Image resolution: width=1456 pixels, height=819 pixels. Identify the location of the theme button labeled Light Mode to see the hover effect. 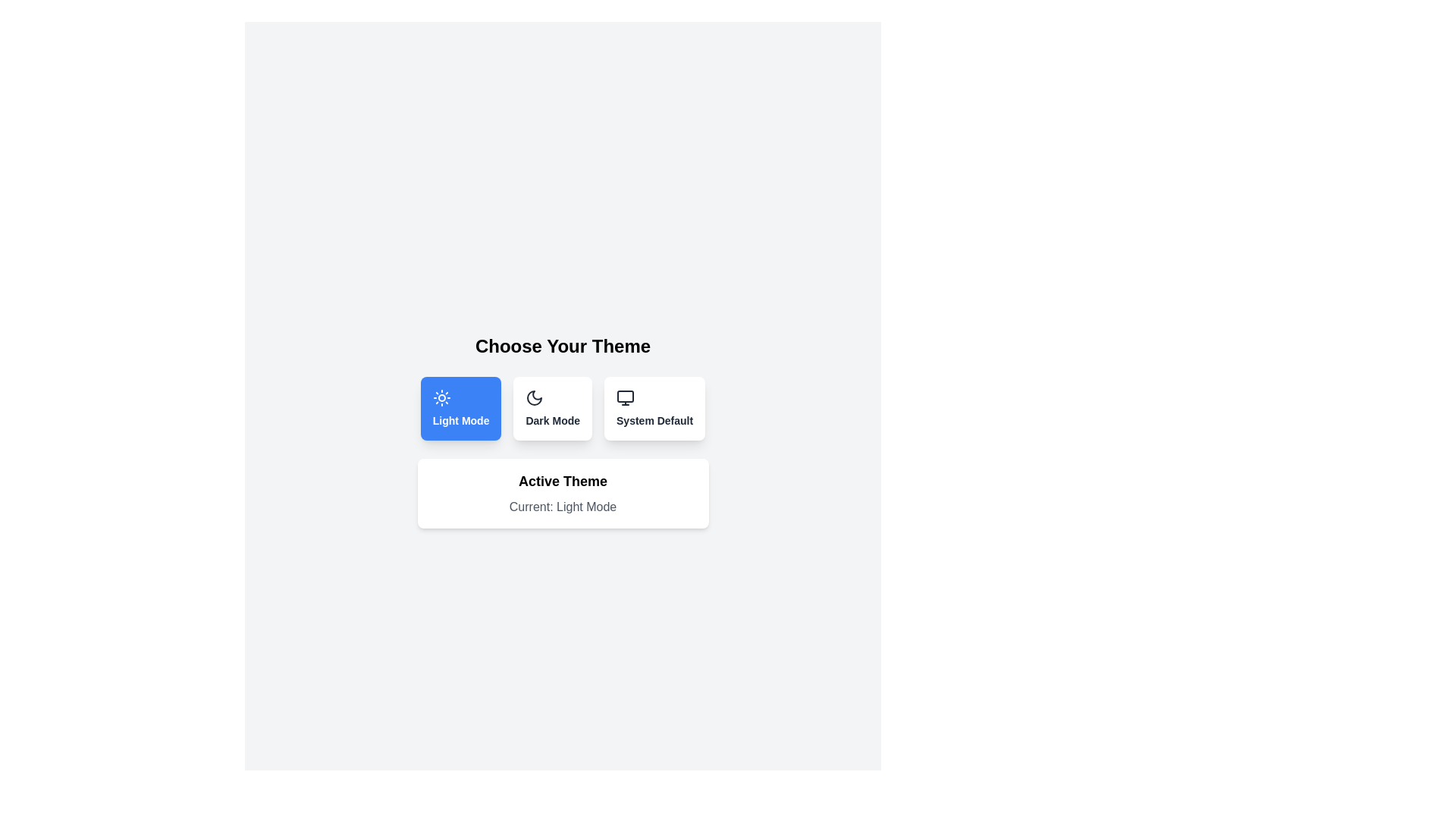
(460, 408).